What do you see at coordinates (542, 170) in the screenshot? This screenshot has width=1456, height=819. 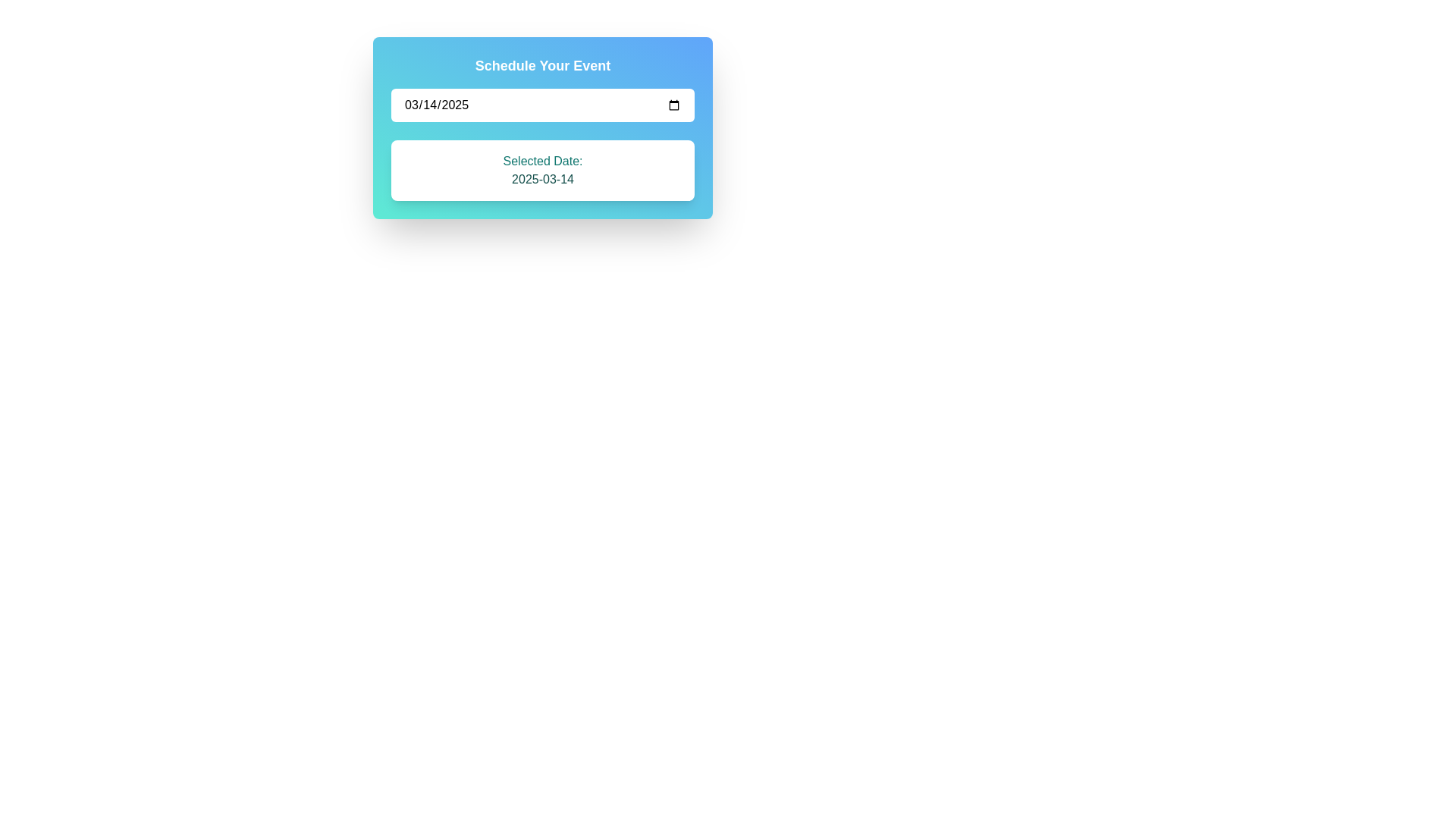 I see `the Static Display Box that displays the text 'Selected Date:' and '2025-03-14', which is a rectangular box with a white background and rounded corners, positioned centrally below the date picker input field` at bounding box center [542, 170].